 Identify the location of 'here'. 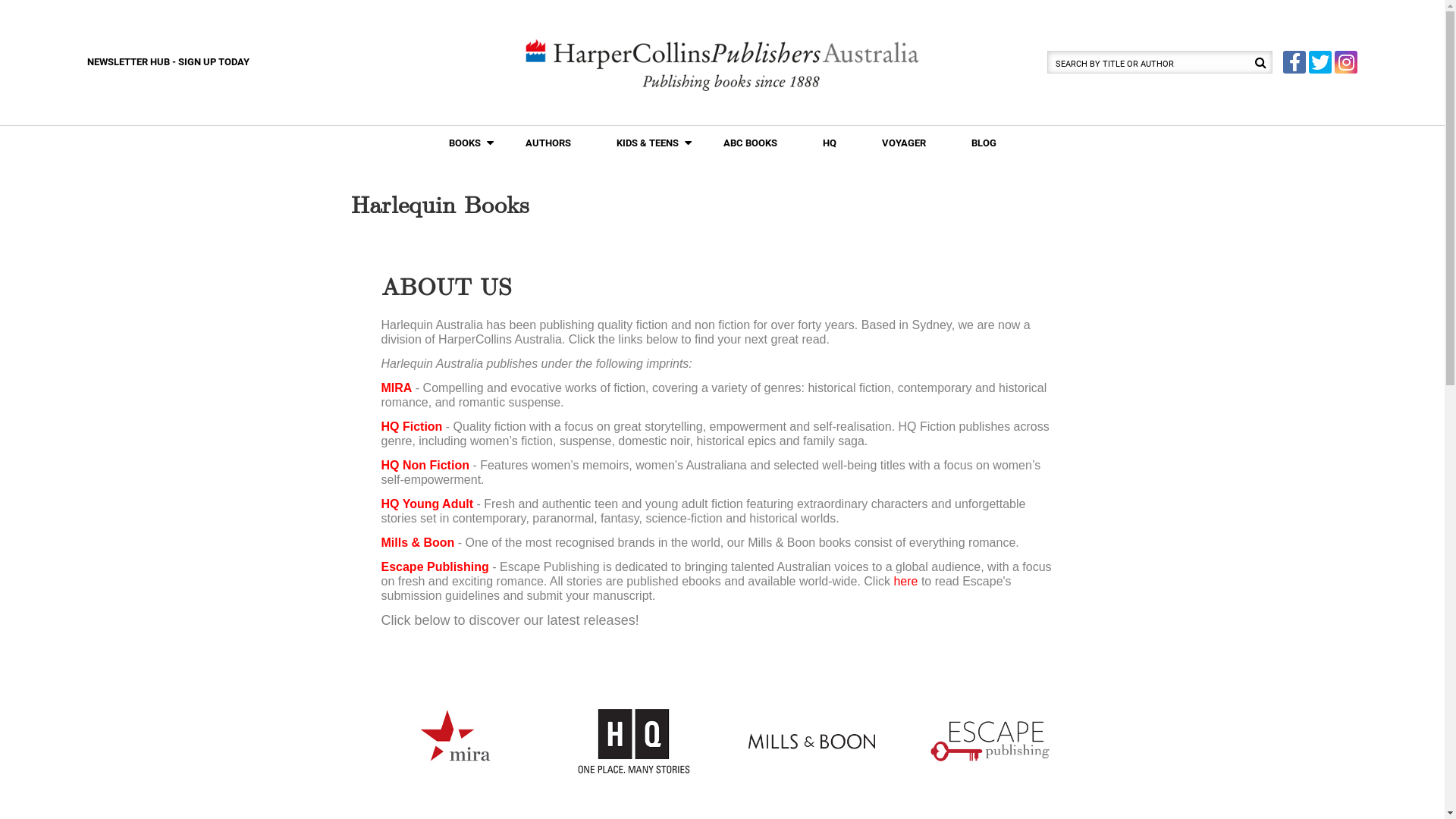
(905, 580).